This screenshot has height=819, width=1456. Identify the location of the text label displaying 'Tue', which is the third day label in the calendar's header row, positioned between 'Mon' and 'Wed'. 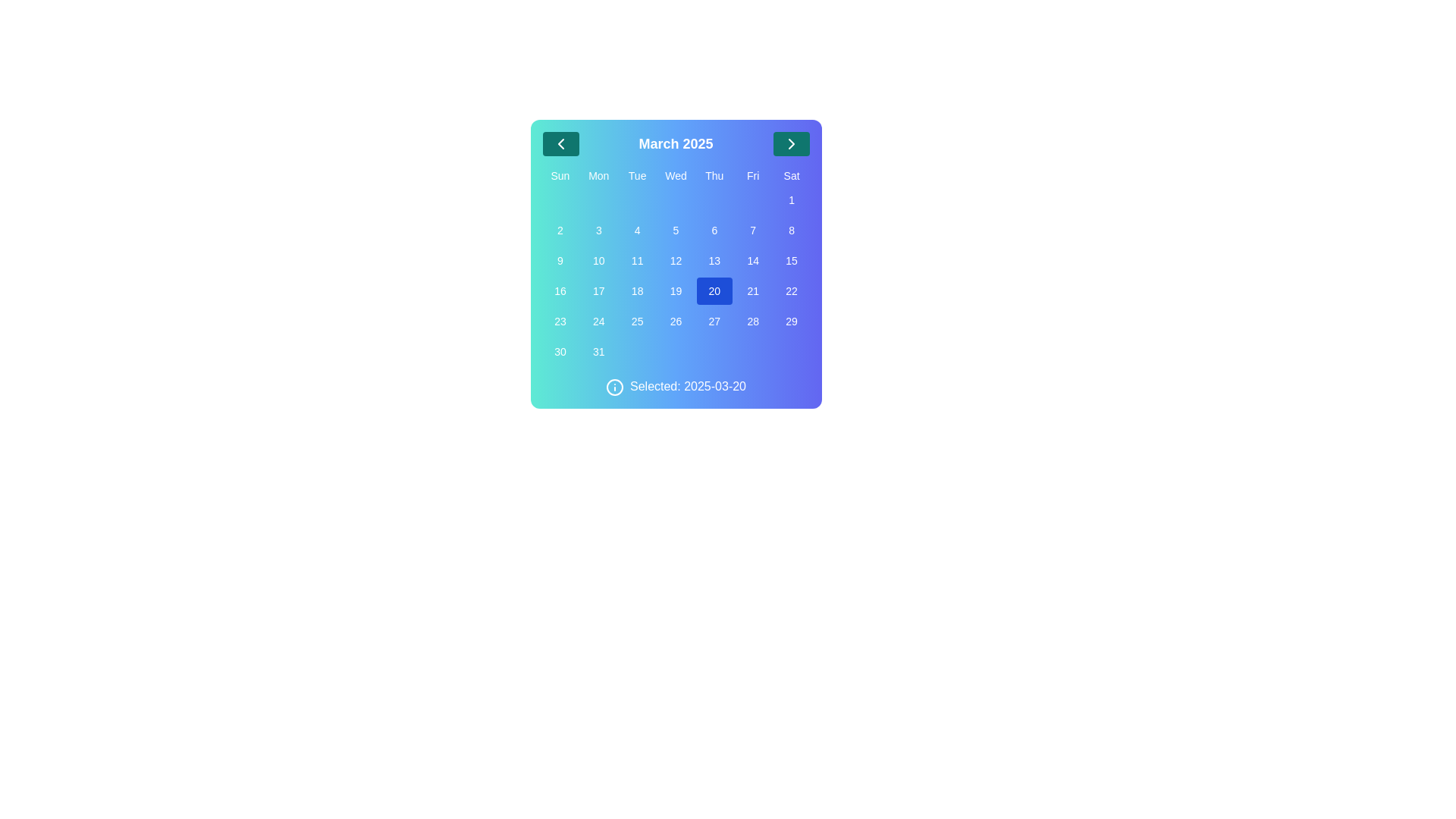
(637, 174).